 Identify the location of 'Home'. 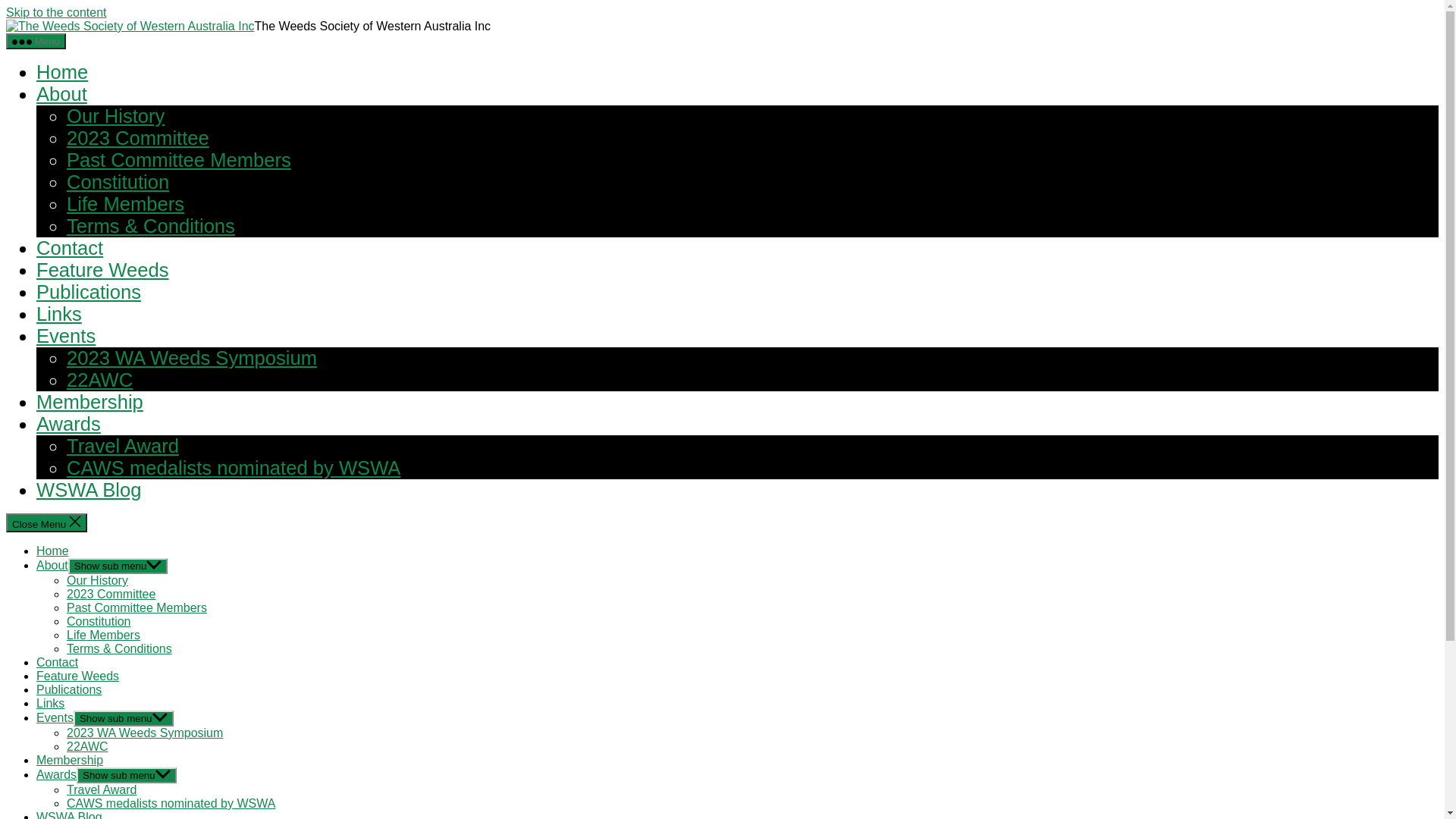
(52, 551).